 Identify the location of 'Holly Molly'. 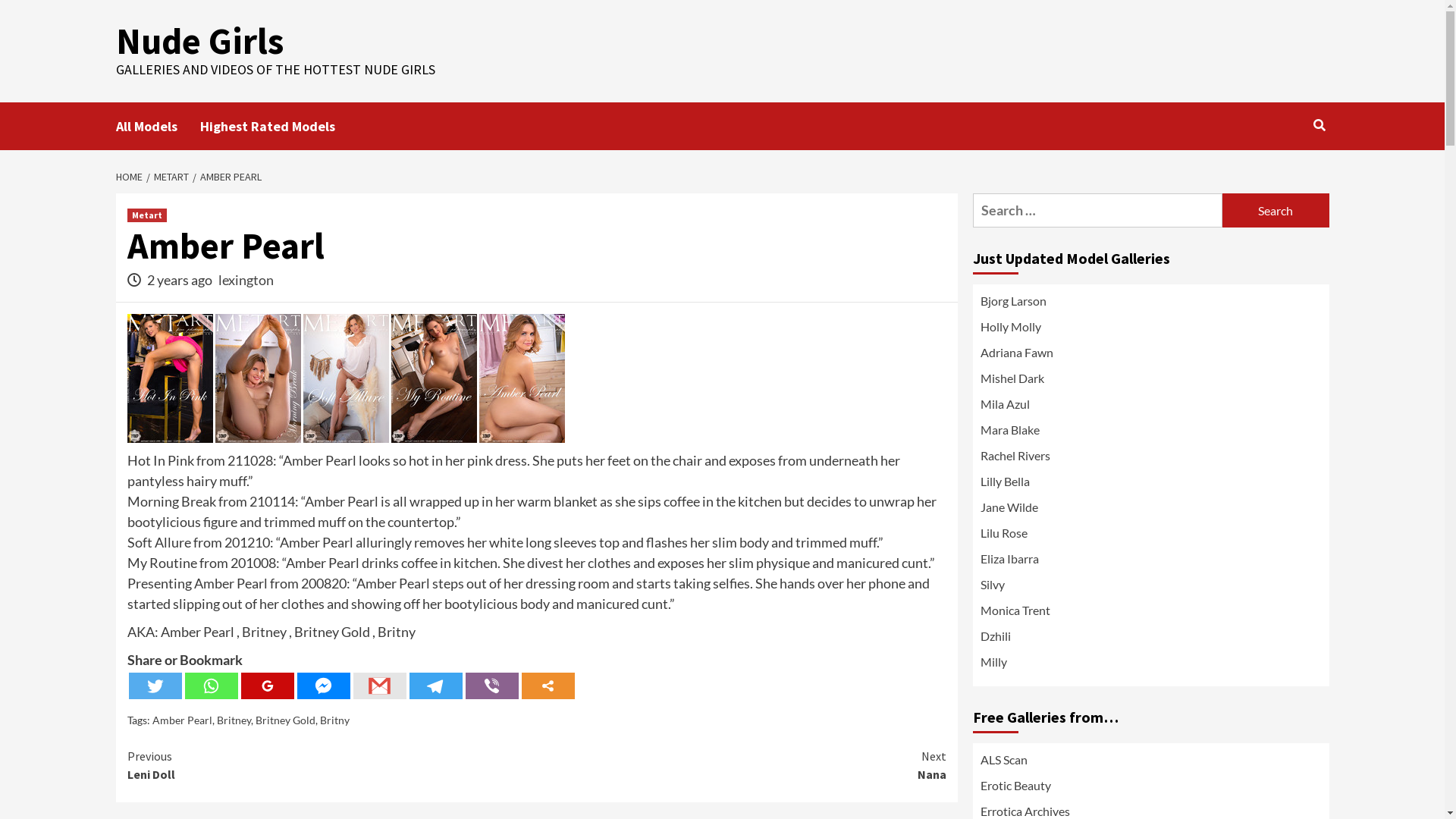
(1150, 329).